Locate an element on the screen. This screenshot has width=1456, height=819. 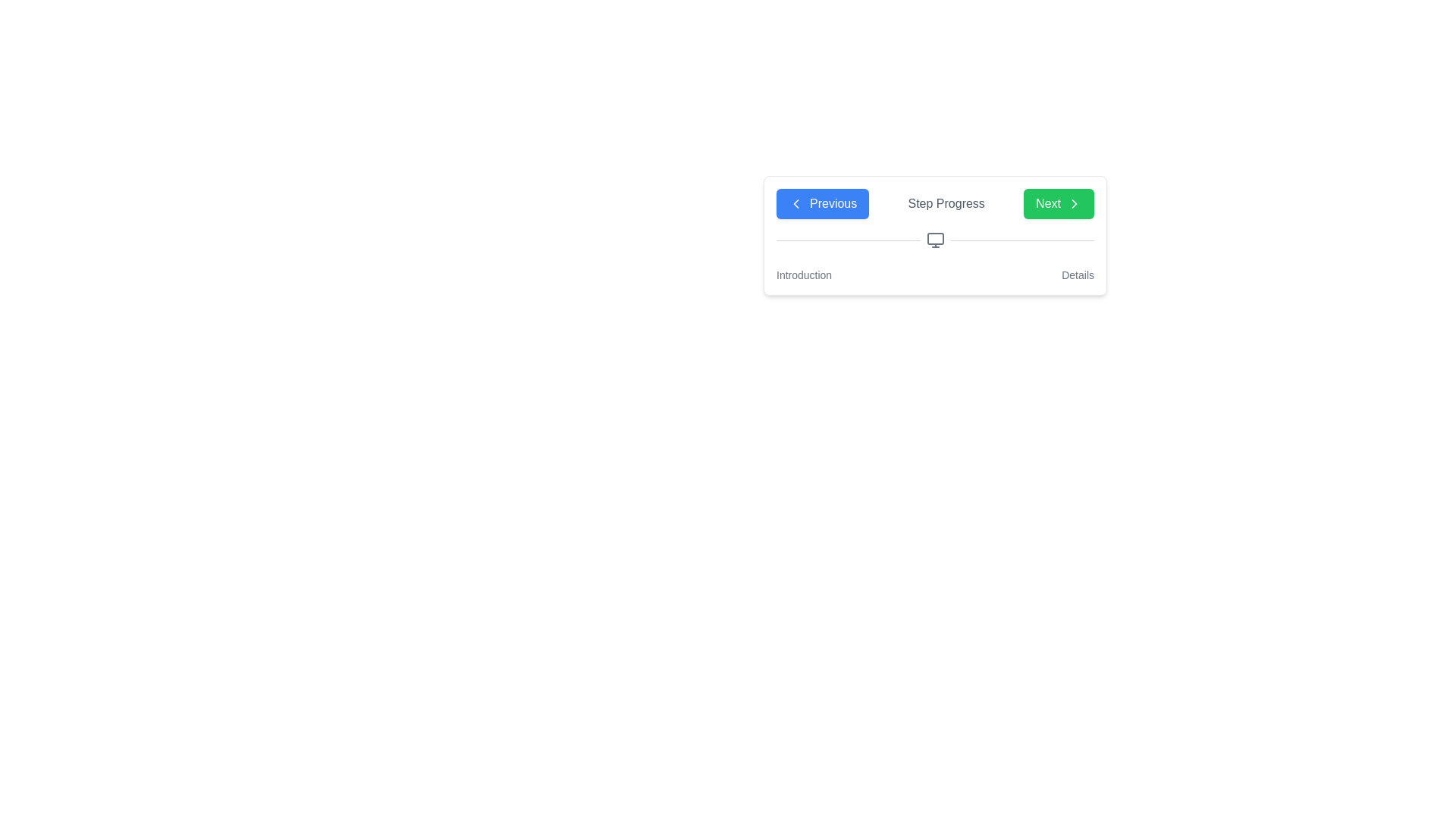
the static text label displaying 'Step Progress', which is positioned centrally between the 'Previous' and 'Next' buttons is located at coordinates (946, 203).